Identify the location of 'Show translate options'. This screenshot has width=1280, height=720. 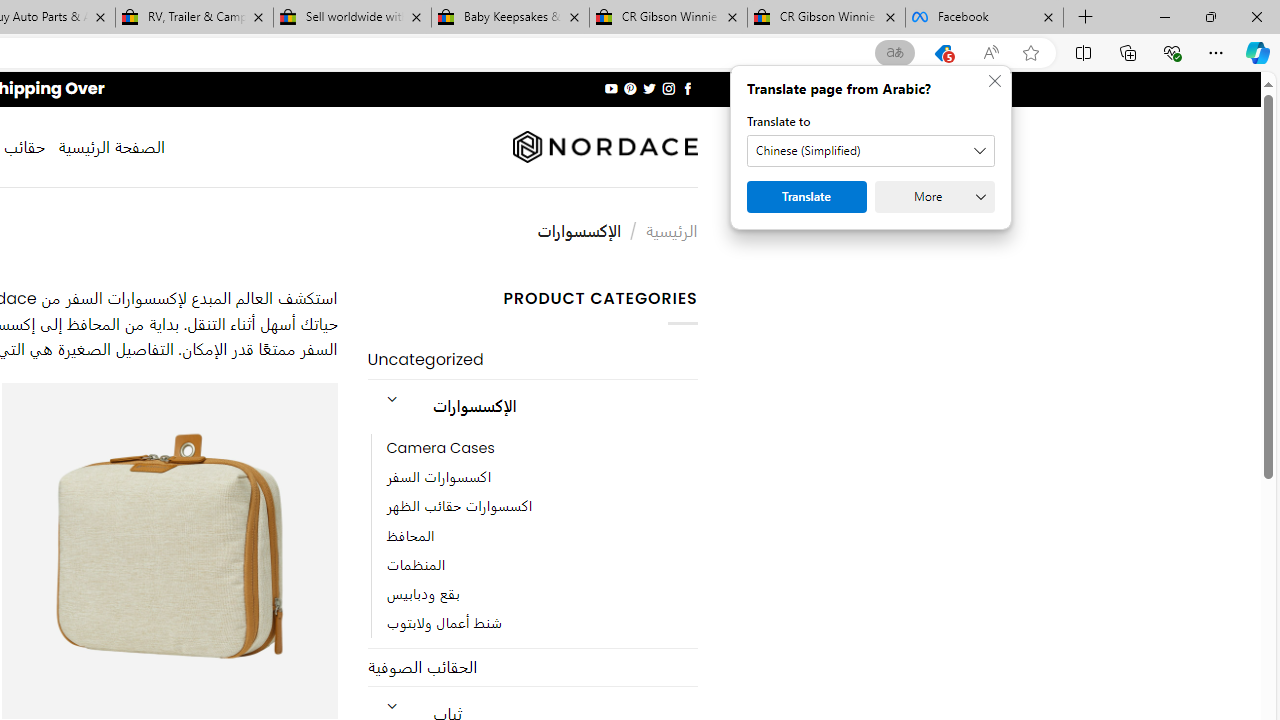
(894, 52).